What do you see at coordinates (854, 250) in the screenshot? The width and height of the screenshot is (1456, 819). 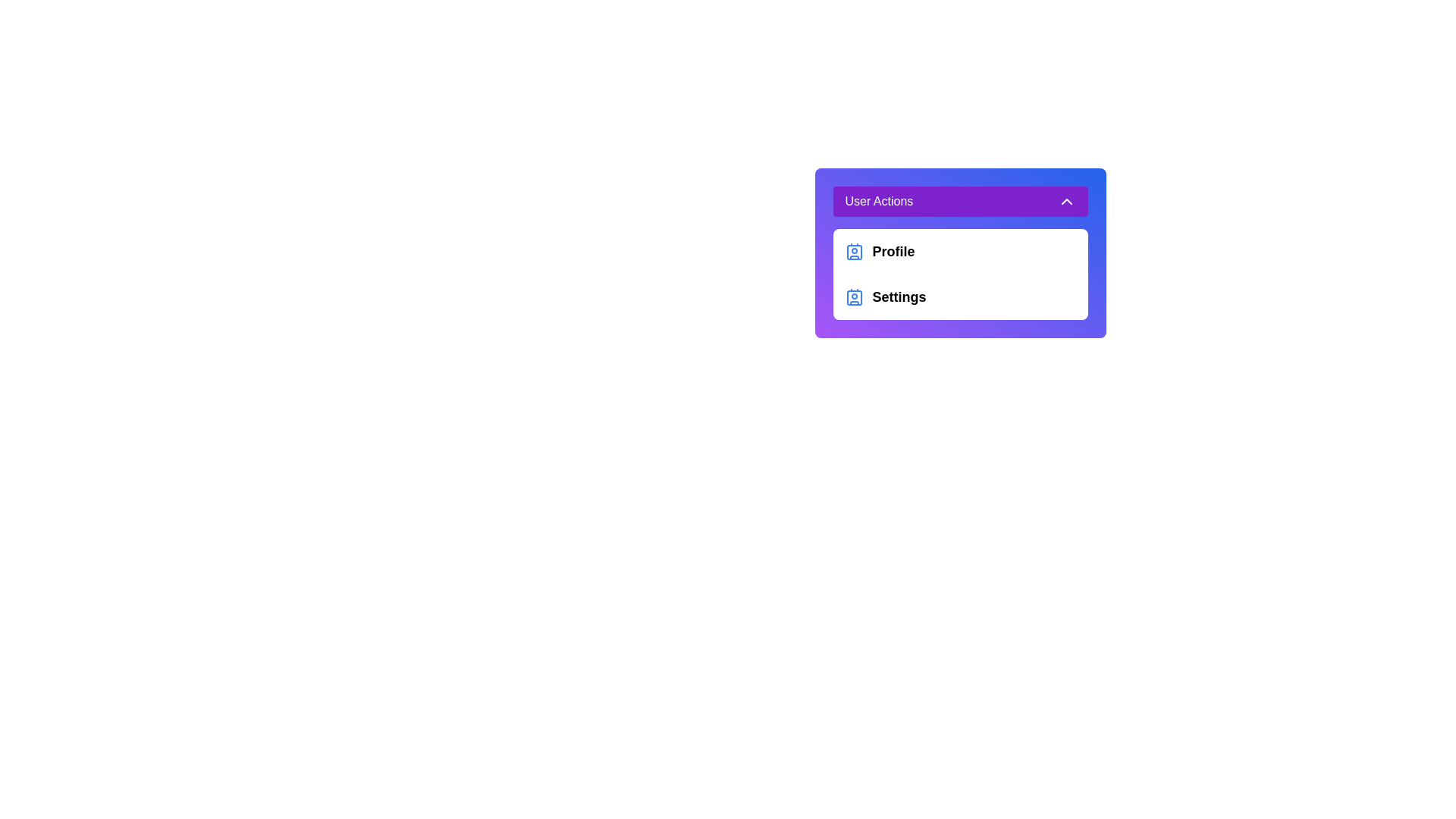 I see `the blue profile icon located to the left of the 'Profile' label in the 'User Actions' dropdown menu` at bounding box center [854, 250].